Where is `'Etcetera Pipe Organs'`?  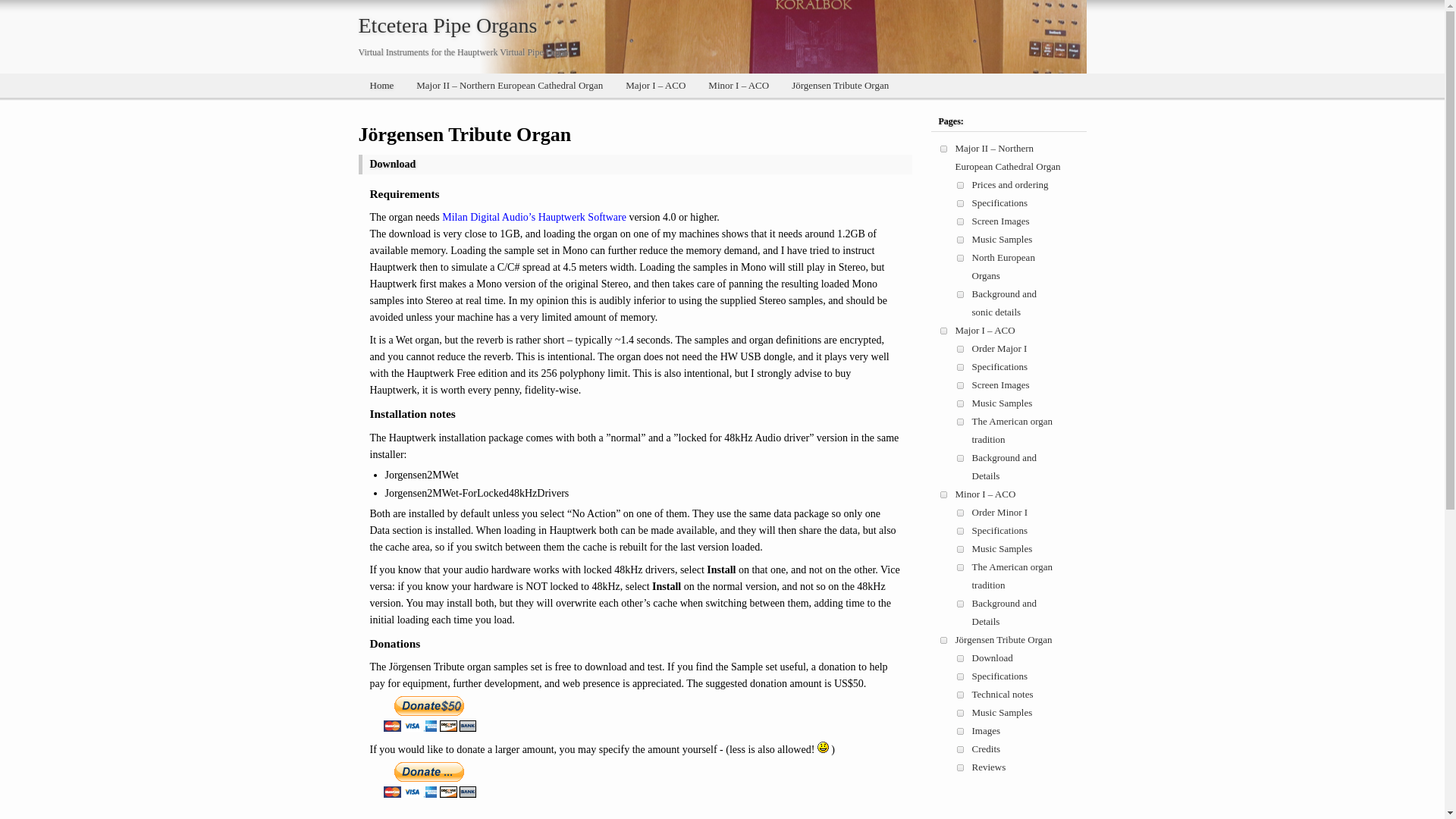 'Etcetera Pipe Organs' is located at coordinates (447, 25).